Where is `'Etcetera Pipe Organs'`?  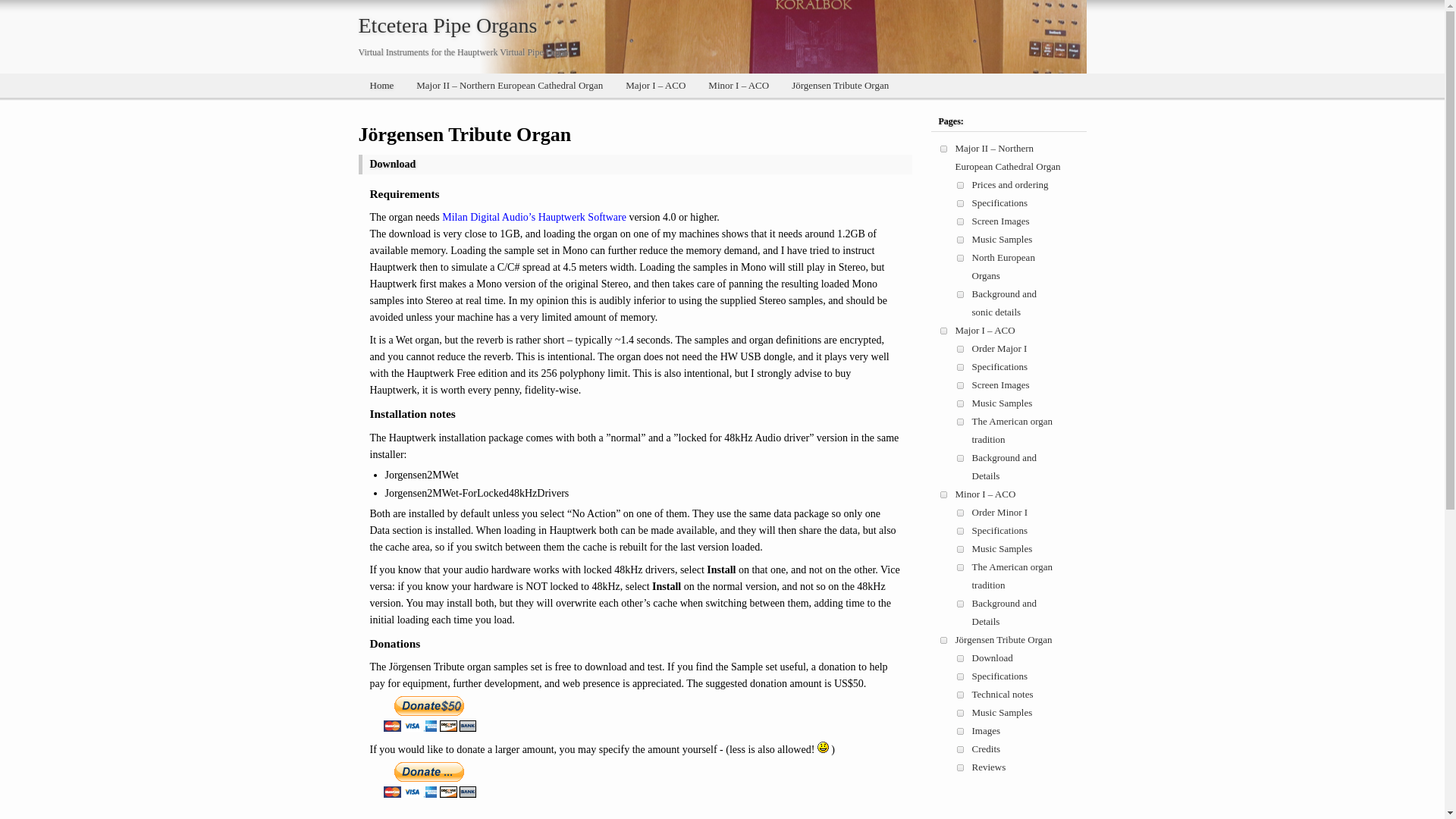 'Etcetera Pipe Organs' is located at coordinates (447, 25).